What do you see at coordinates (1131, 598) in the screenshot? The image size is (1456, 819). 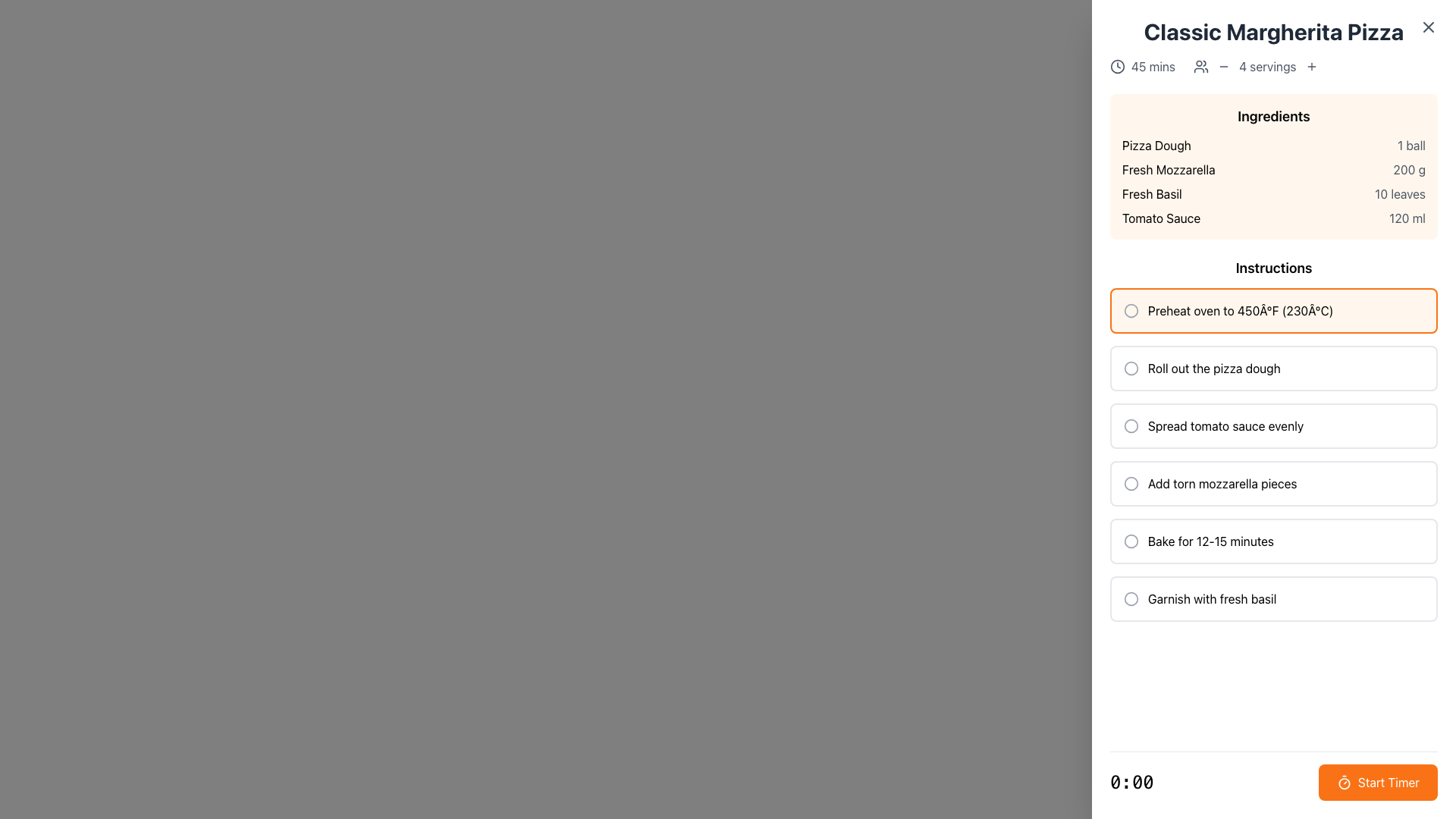 I see `the circular icon with a gray border located to the left of the text 'Garnish with fresh basil'` at bounding box center [1131, 598].